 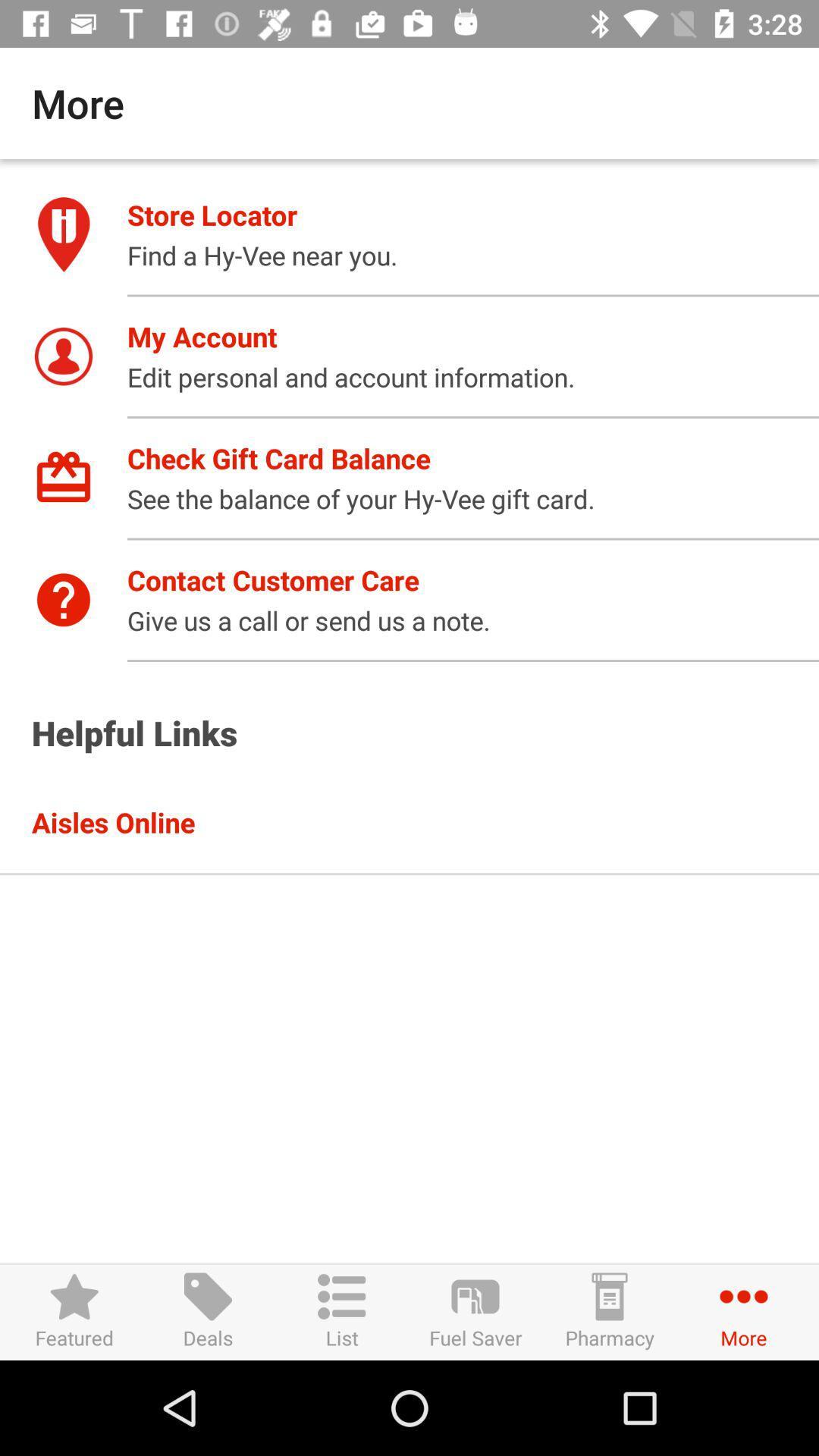 I want to click on the icon to the right of deals icon, so click(x=342, y=1311).